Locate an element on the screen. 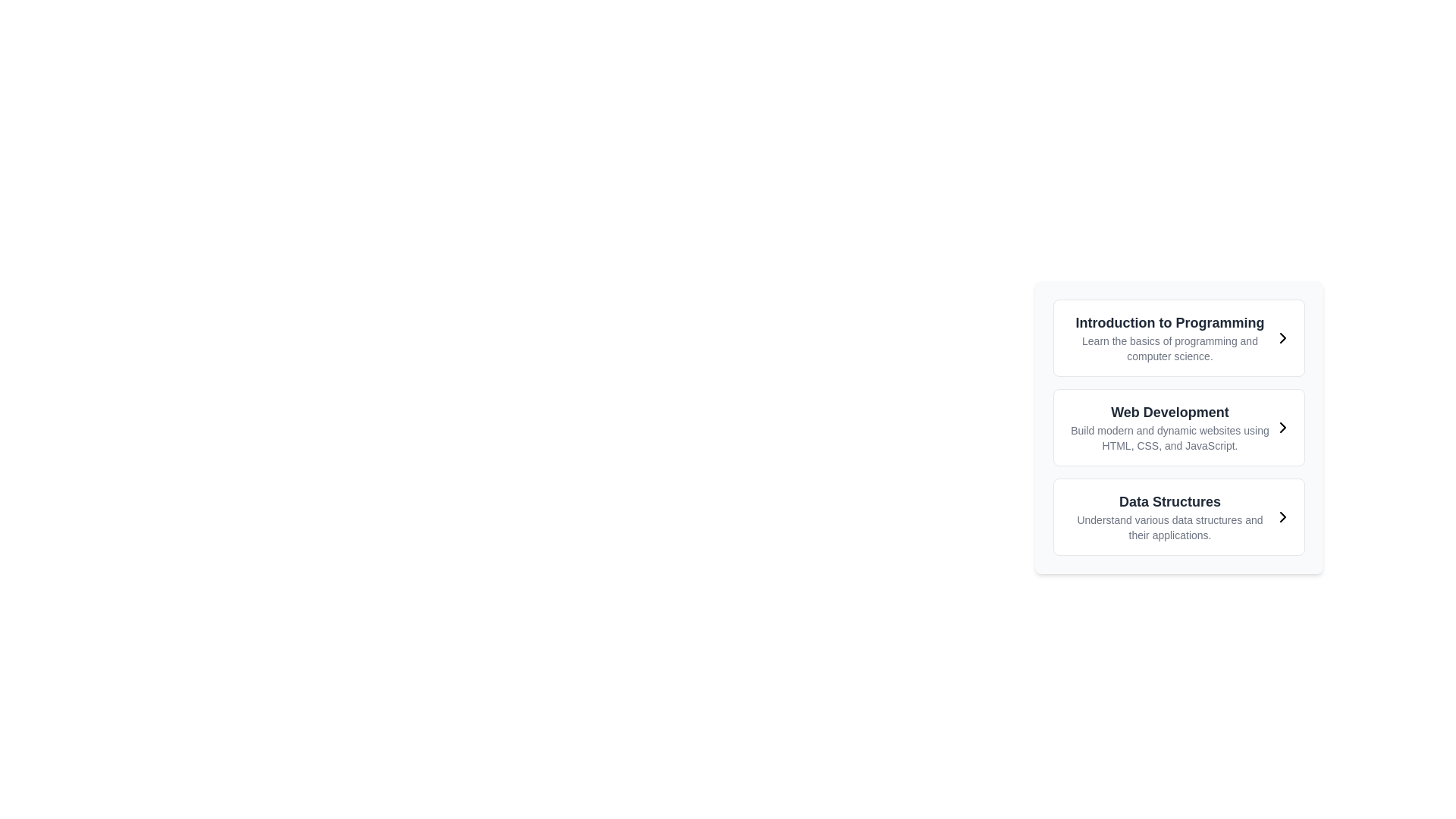  the right-pointing chevron icon located at the rightmost side of the 'Data Structures' row within the vertical list layout is located at coordinates (1282, 516).